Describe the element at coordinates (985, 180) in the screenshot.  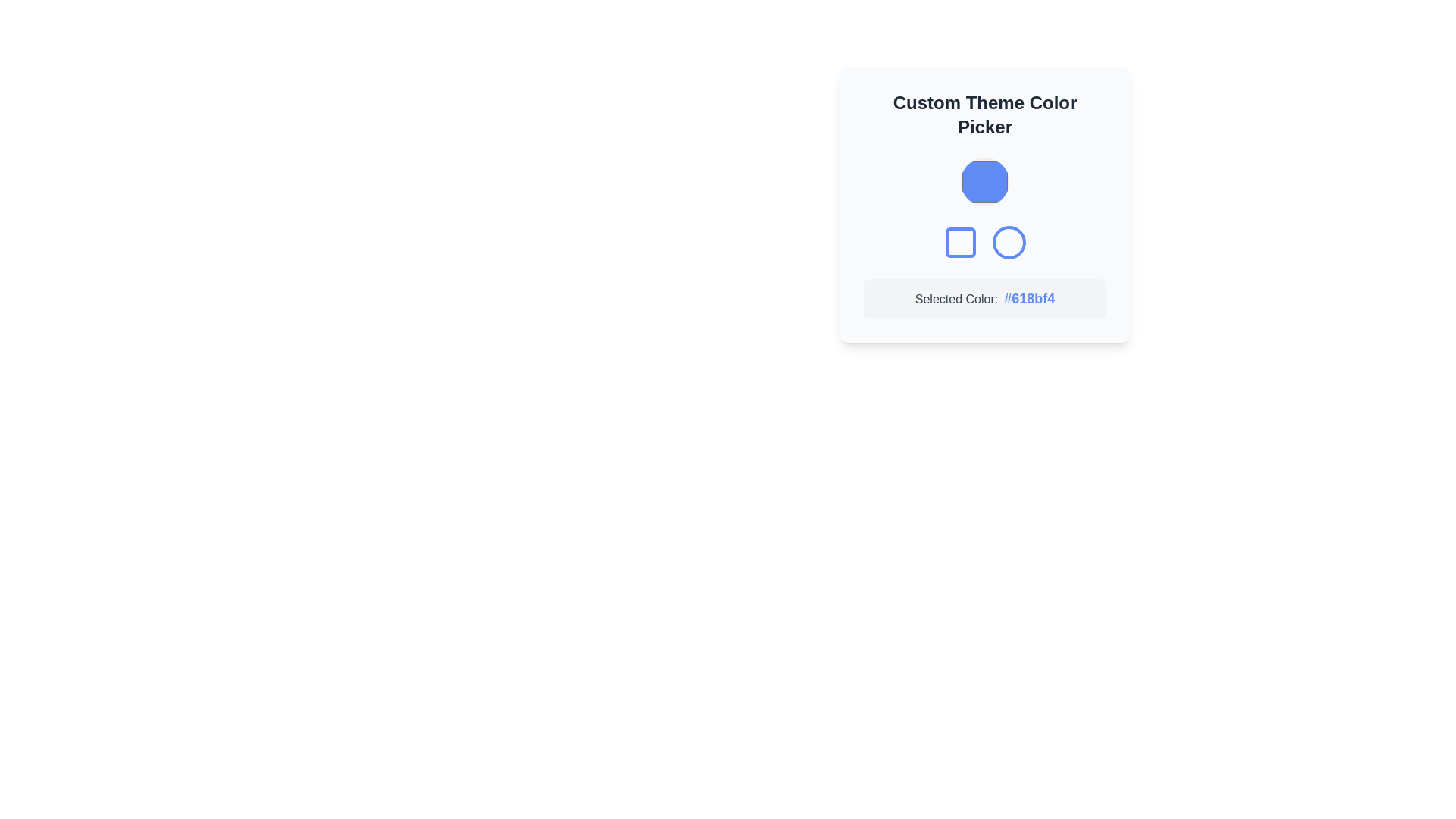
I see `the circular light blue Color Picker Button located in the top section of the 'Custom Theme Color Picker' panel` at that location.